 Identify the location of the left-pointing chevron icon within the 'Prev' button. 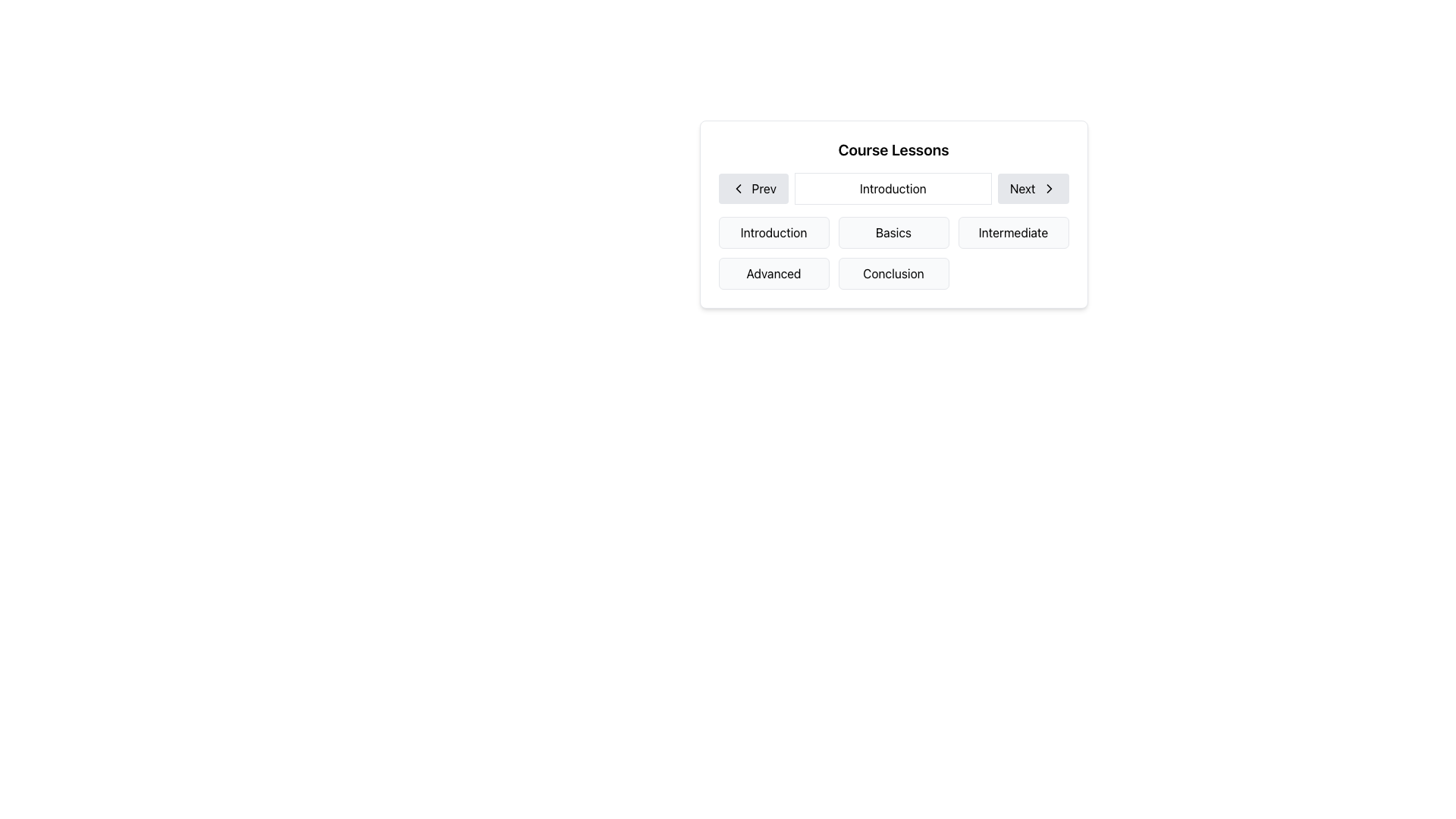
(738, 188).